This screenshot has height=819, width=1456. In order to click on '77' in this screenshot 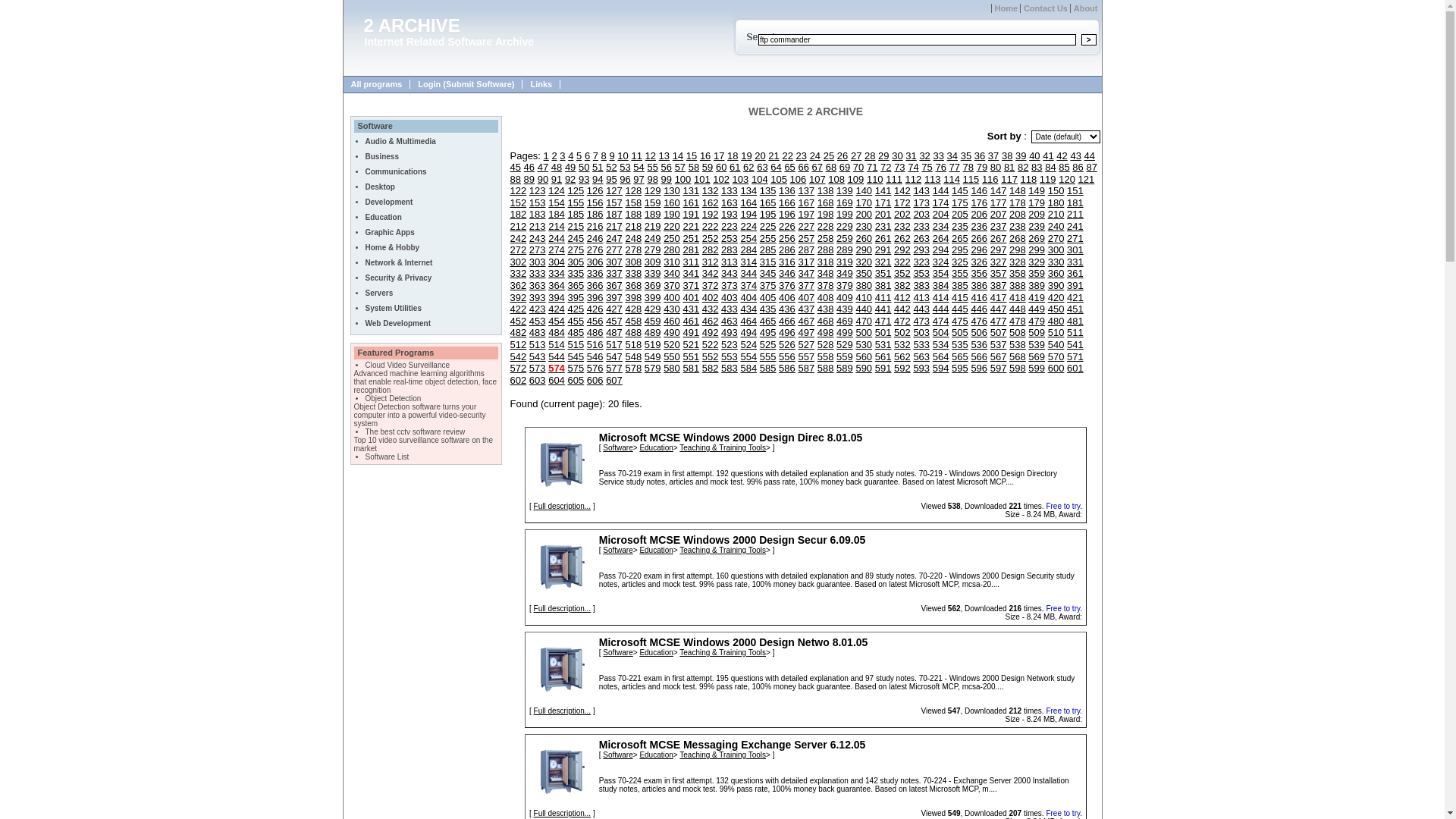, I will do `click(953, 167)`.